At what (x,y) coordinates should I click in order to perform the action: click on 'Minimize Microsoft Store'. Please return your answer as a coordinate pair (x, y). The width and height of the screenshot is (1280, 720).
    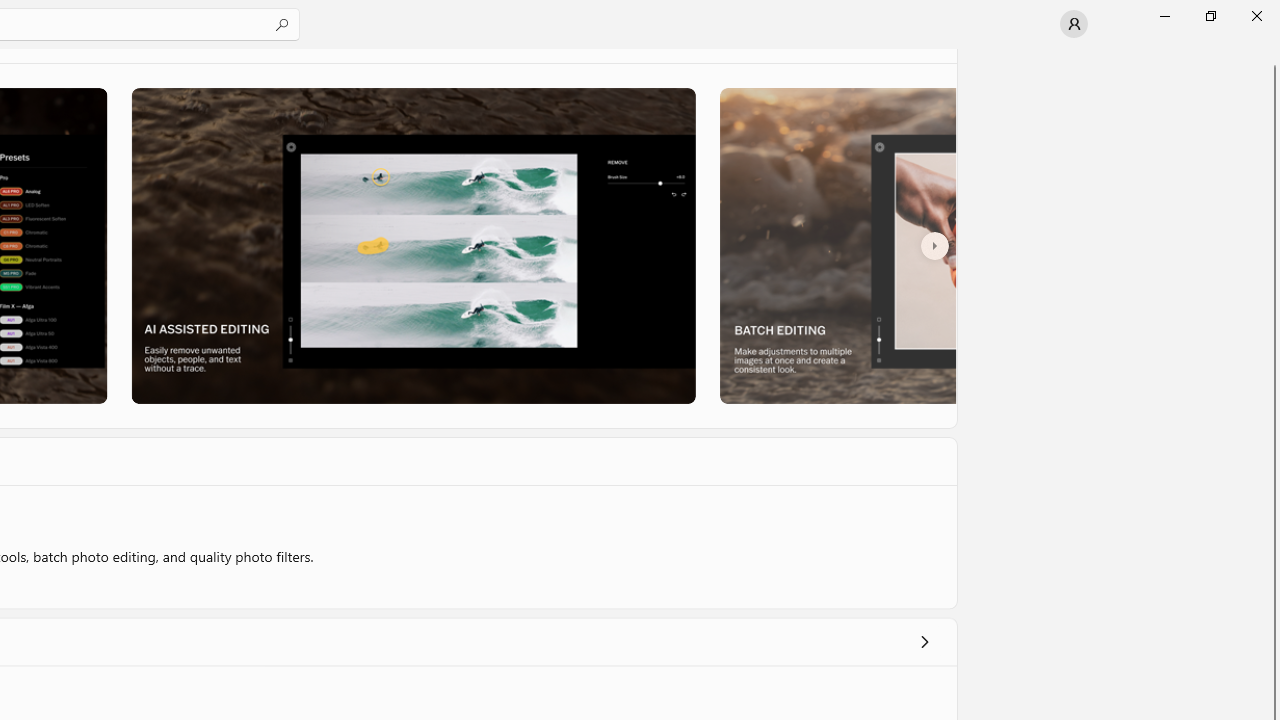
    Looking at the image, I should click on (1164, 15).